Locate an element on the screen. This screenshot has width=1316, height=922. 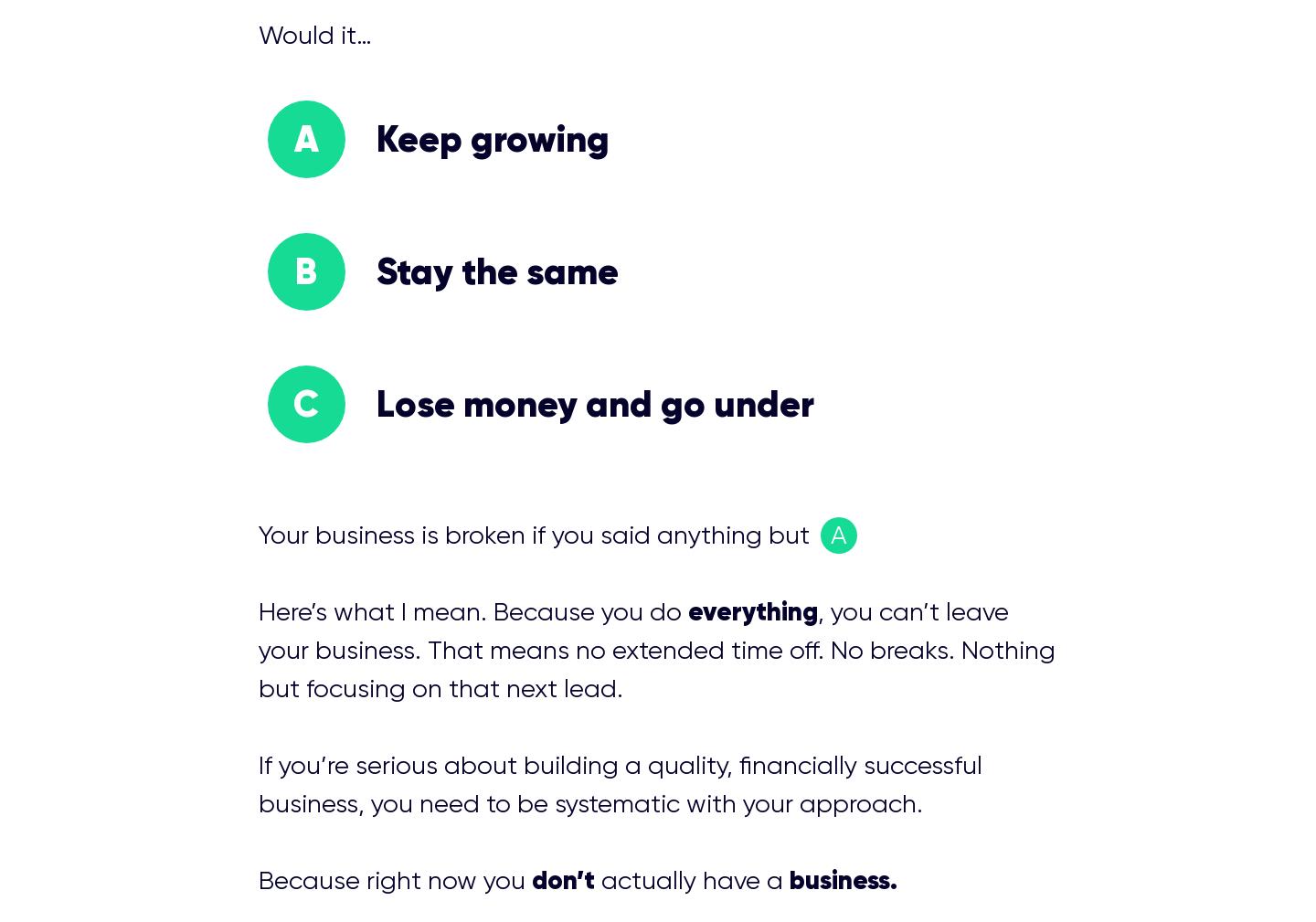
'Would it…' is located at coordinates (314, 34).